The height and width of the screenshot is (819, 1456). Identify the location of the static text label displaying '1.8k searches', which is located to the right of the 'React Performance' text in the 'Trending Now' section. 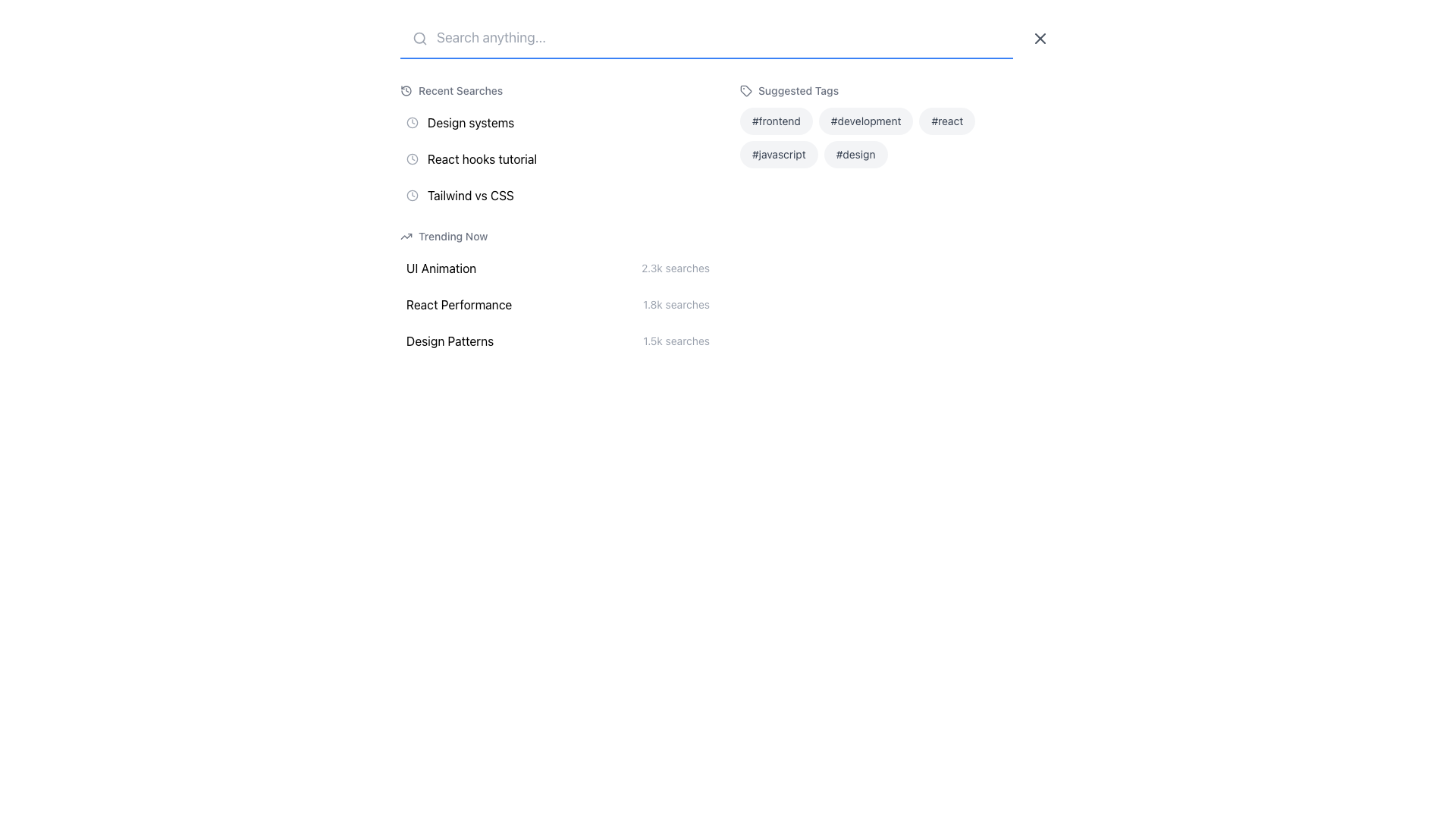
(676, 304).